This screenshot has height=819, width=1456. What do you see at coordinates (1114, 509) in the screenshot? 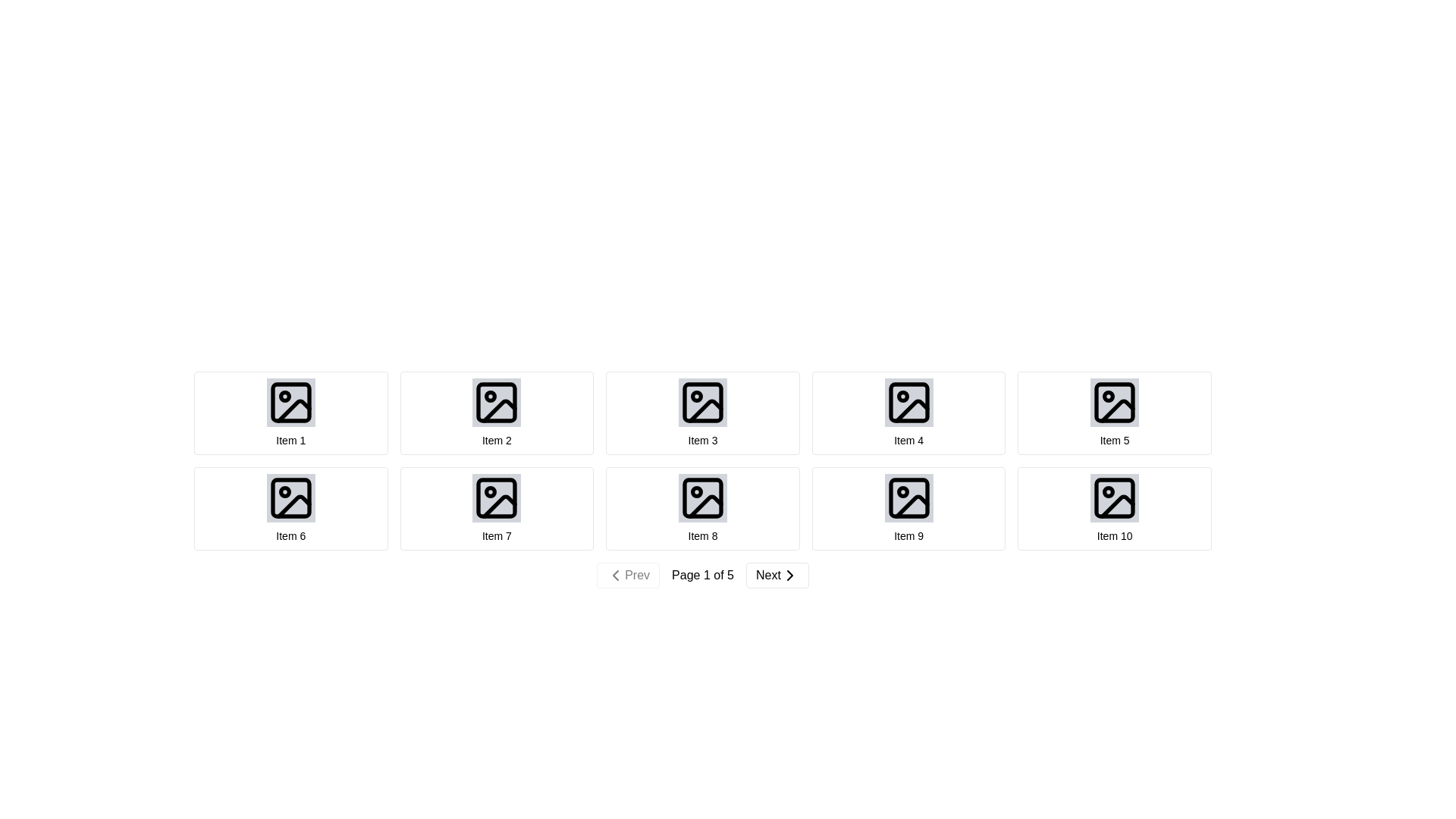
I see `the Card labeled 'Item 10' located in the bottom right corner of the grid` at bounding box center [1114, 509].